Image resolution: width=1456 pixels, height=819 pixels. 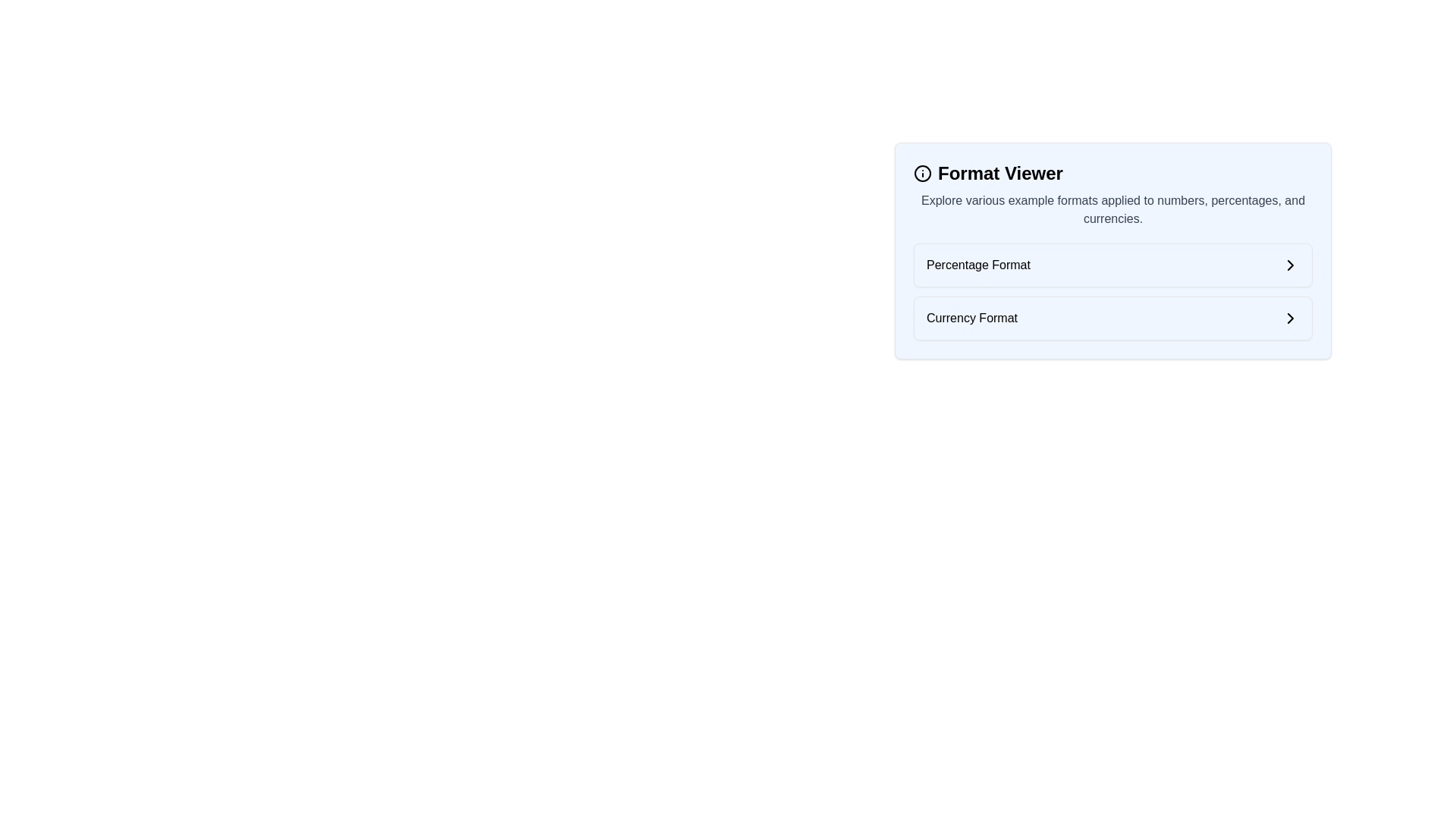 What do you see at coordinates (1290, 318) in the screenshot?
I see `the chevron icon located at the far-right side of the 'Currency Format' button to visually highlight it` at bounding box center [1290, 318].